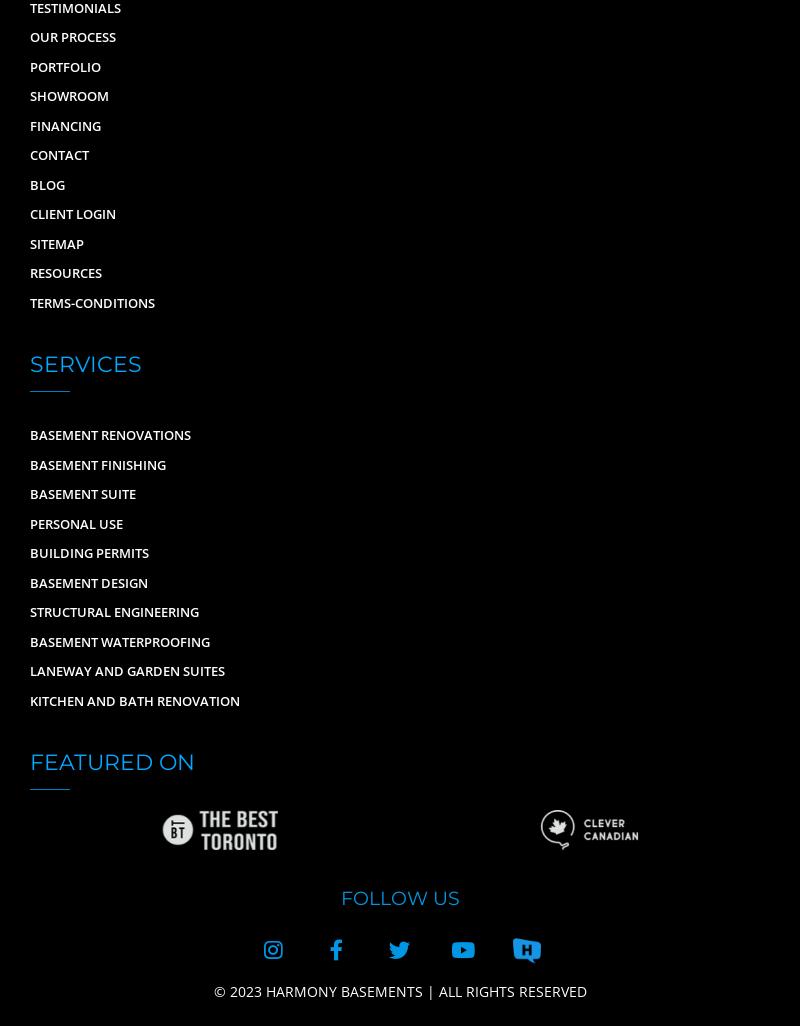  Describe the element at coordinates (92, 300) in the screenshot. I see `'Terms-Conditions'` at that location.